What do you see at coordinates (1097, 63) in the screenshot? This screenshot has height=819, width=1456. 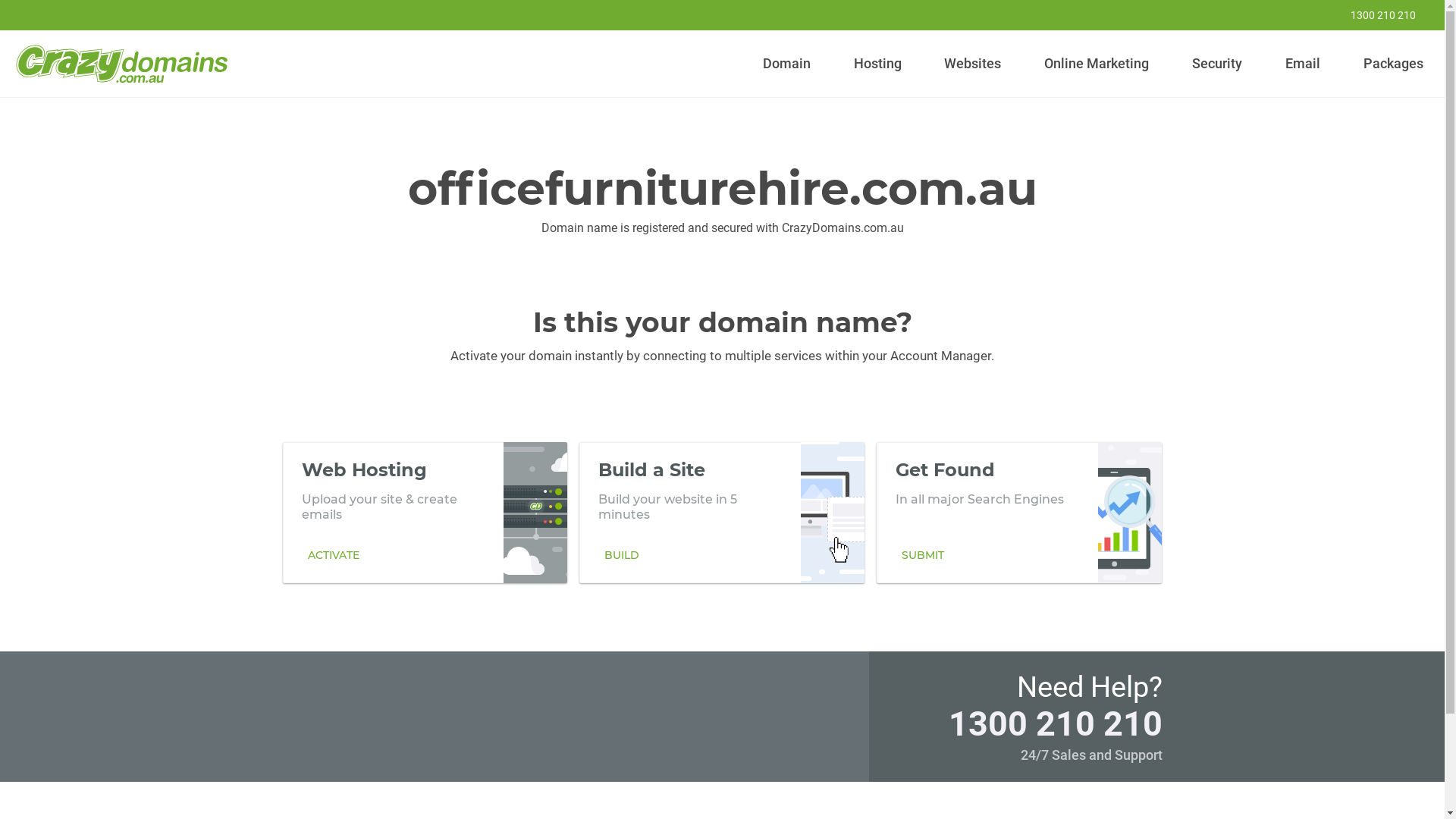 I see `'Online Marketing'` at bounding box center [1097, 63].